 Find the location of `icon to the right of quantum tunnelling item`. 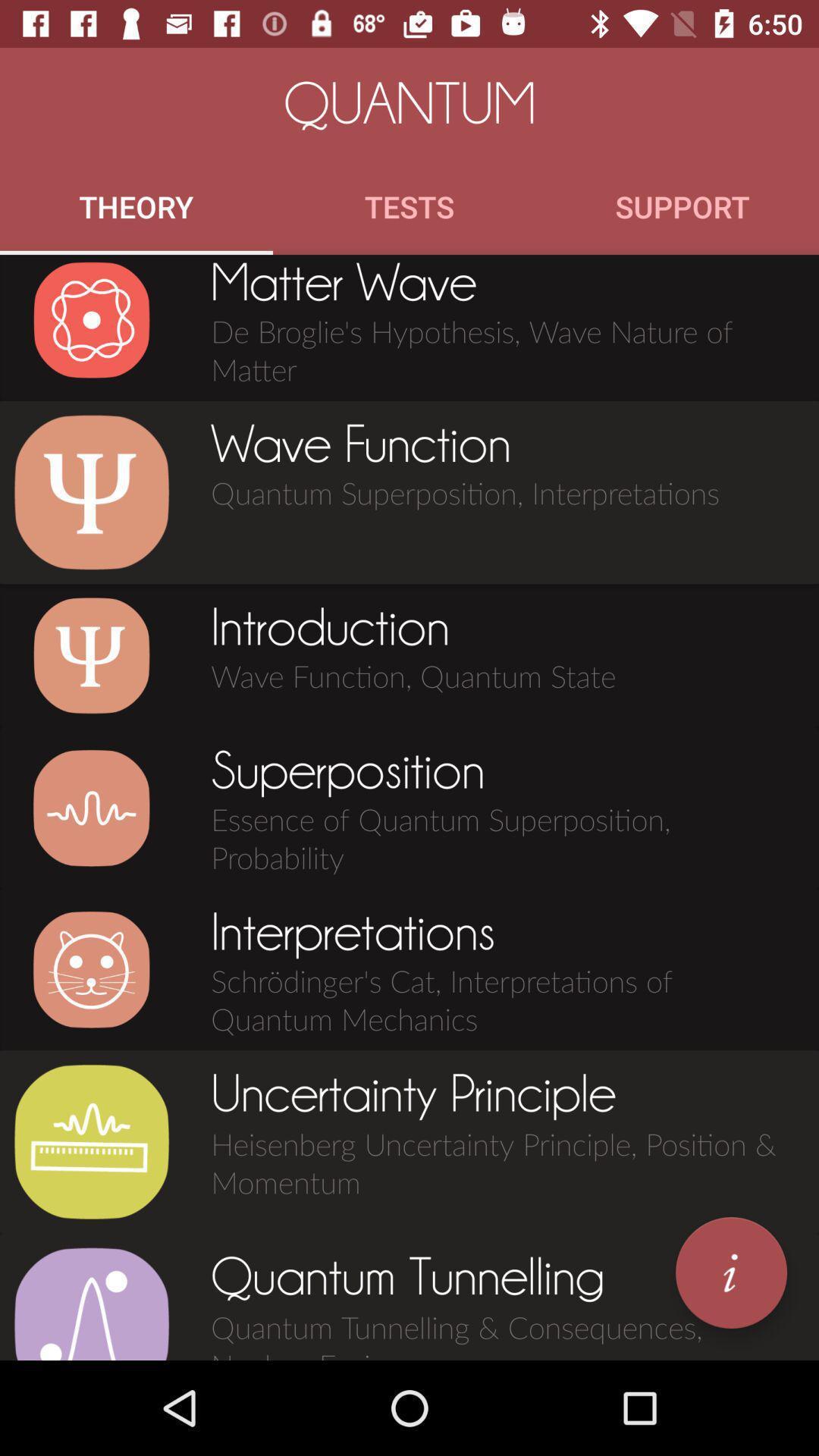

icon to the right of quantum tunnelling item is located at coordinates (730, 1272).